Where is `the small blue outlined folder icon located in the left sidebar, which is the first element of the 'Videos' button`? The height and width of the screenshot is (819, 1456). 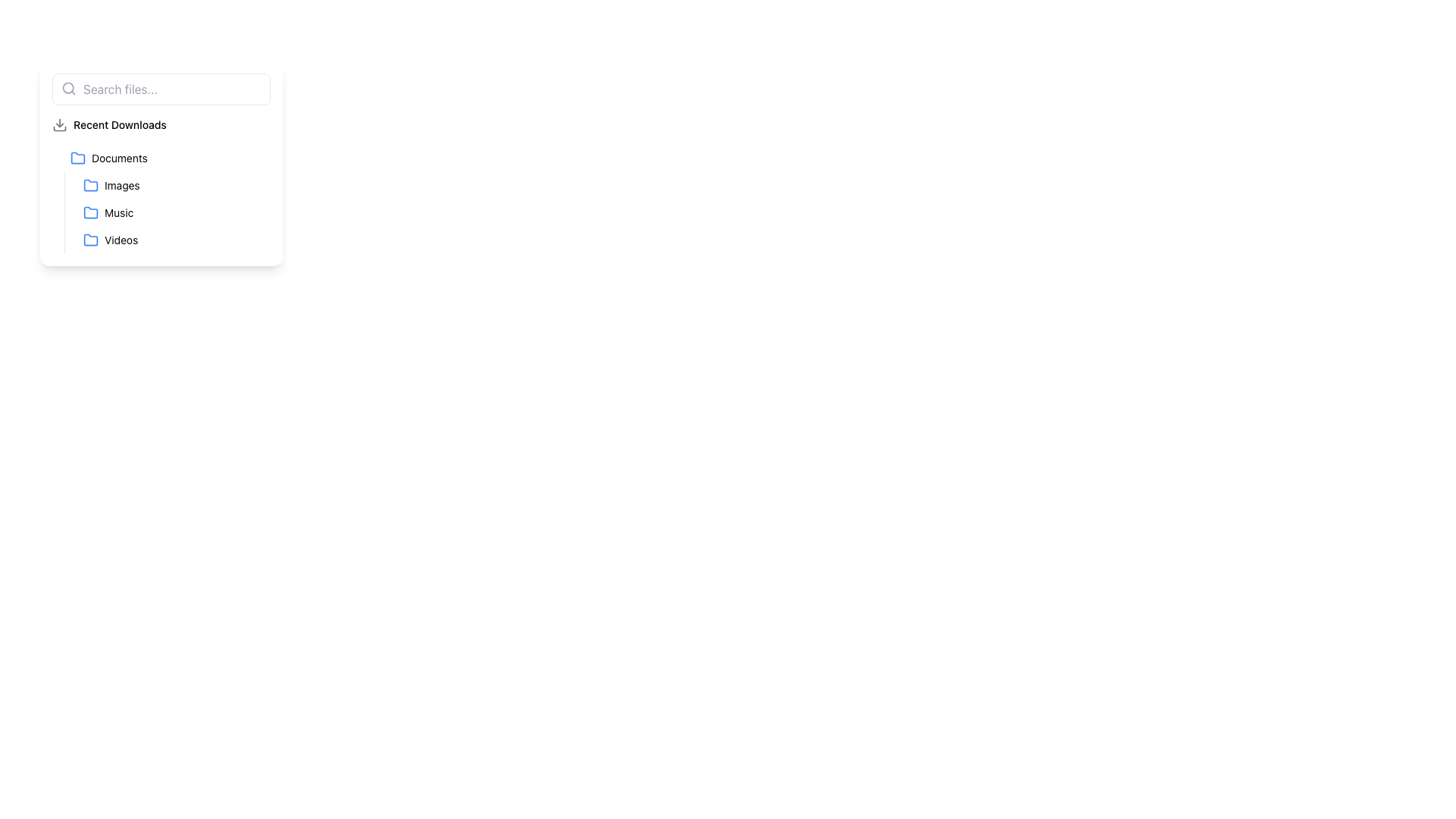
the small blue outlined folder icon located in the left sidebar, which is the first element of the 'Videos' button is located at coordinates (90, 239).